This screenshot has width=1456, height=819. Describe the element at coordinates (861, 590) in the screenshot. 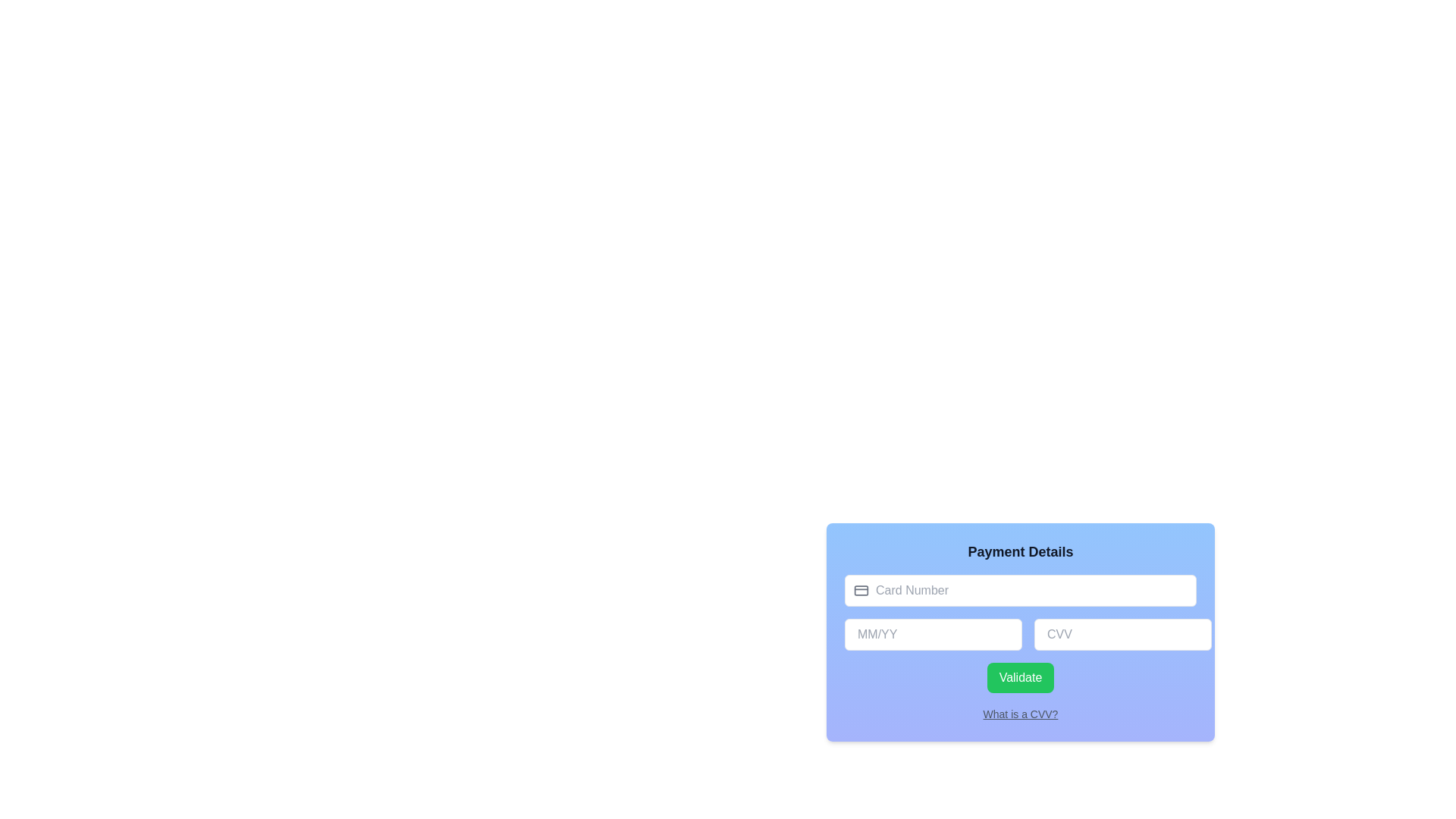

I see `the icon that visually indicates the type of input expected in the adjacent 'Card Number' field, which is centrally positioned to the left of the text input field` at that location.